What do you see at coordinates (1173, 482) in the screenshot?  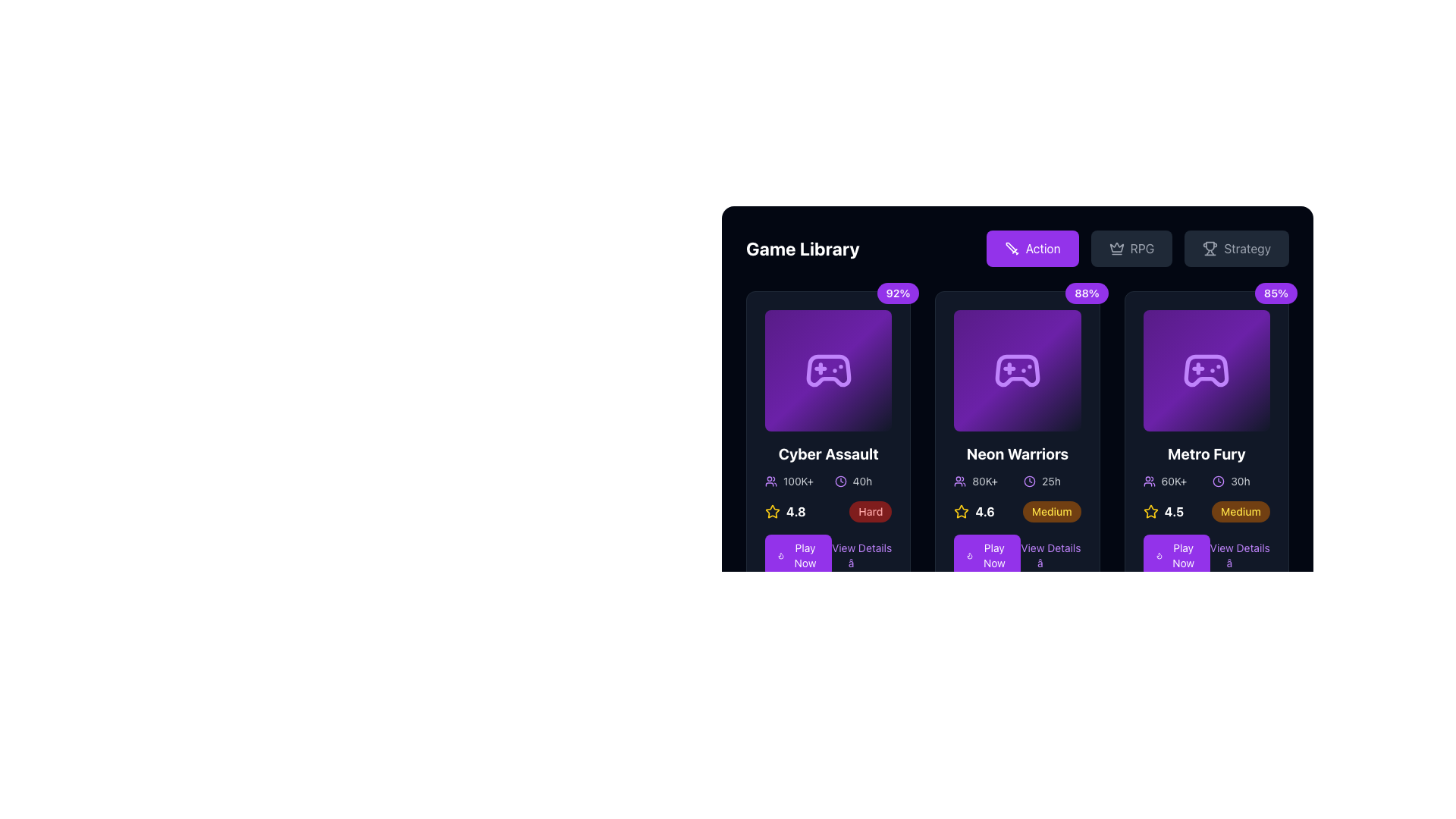 I see `the text label displaying '60K+' which is styled in gray color and smaller font size, located above the '4.5' rating and '30h' play duration in the game details for 'Metro Fury'` at bounding box center [1173, 482].